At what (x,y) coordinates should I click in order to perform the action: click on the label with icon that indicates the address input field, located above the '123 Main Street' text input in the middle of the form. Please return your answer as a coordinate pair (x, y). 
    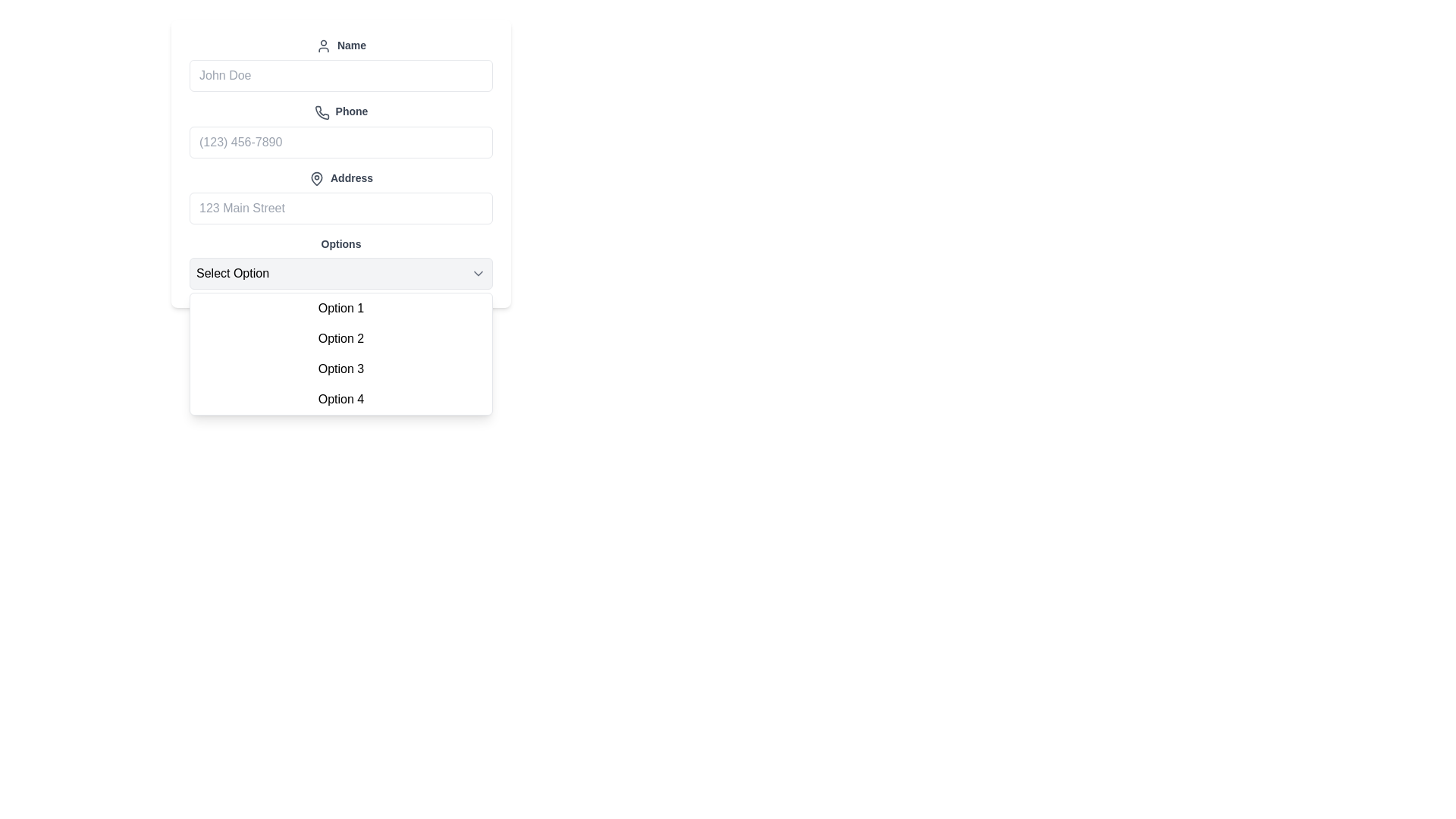
    Looking at the image, I should click on (340, 177).